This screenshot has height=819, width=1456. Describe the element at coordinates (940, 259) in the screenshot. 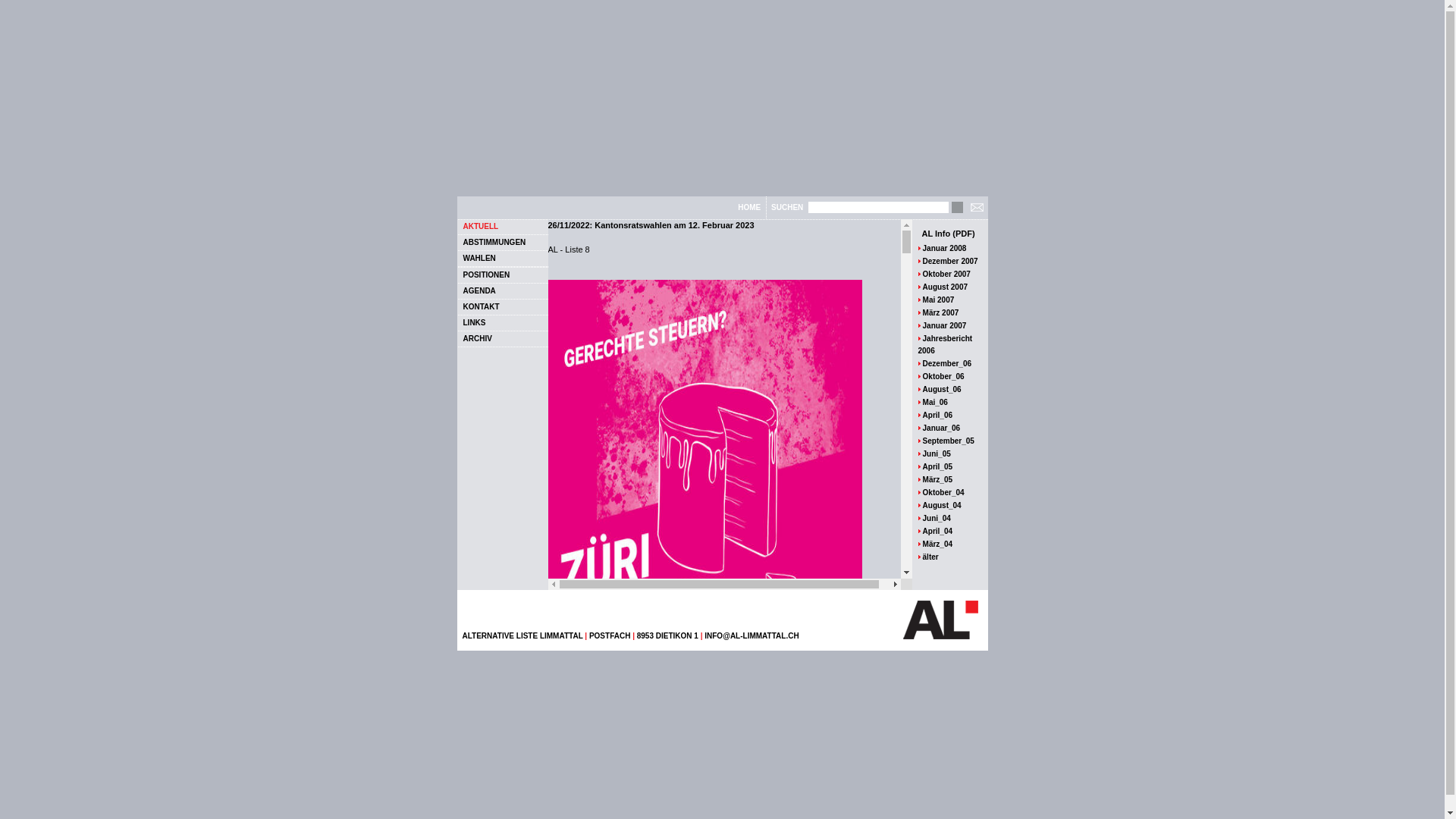

I see `'Dezember'` at that location.